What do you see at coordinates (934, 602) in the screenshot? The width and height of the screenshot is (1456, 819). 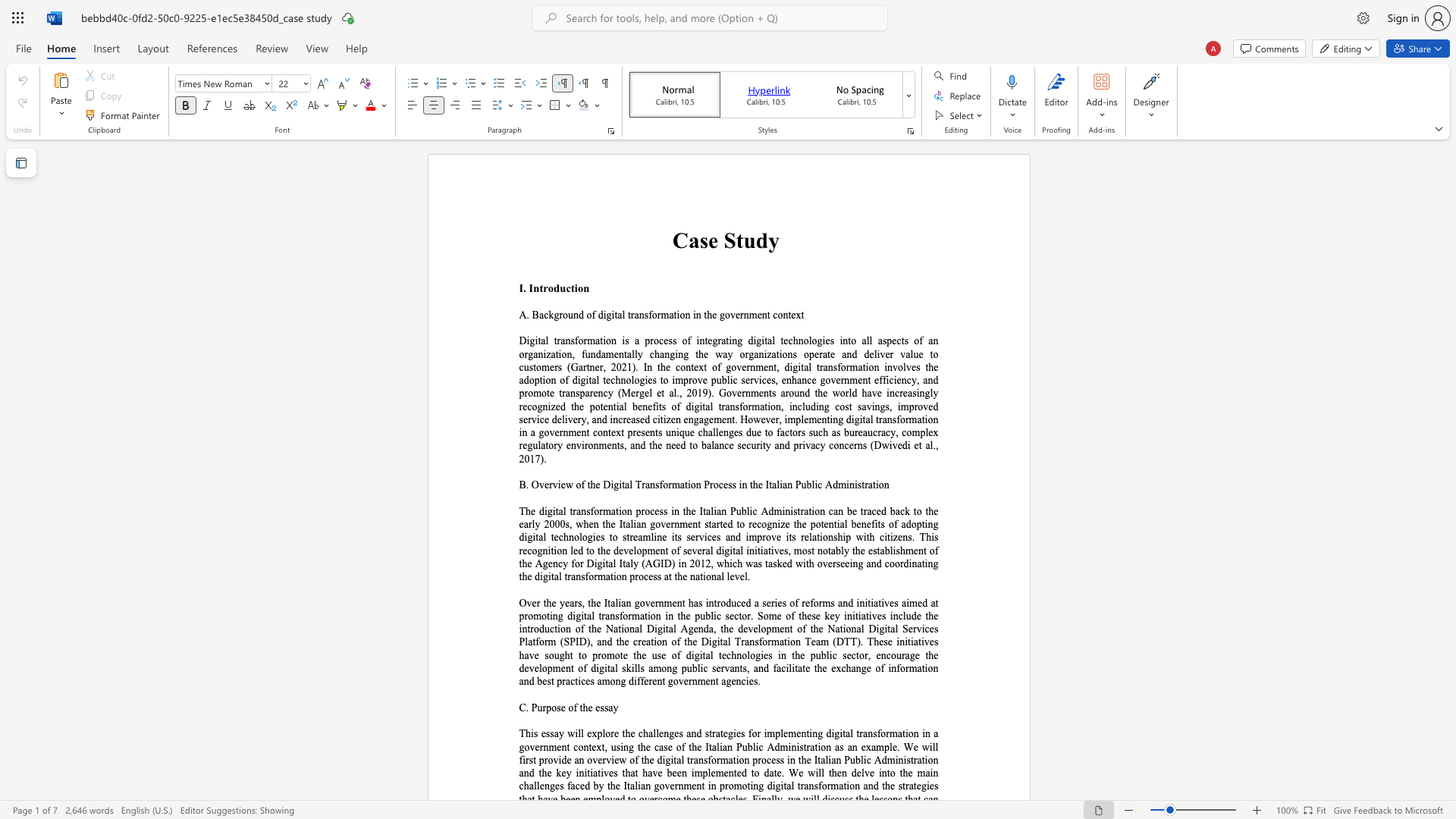 I see `the subset text "t promoting digital transformation in the public sector. Some of these key initiatives include the introduction of the National Digital Agenda, the development of the National Digital Services Platform (SPID), and the creation of the Digital Transformation Team (DTT). These" within the text "Over the years, the Italian government has introduced a series of reforms and initiatives aimed at promoting digital transformation in the public sector. Some of these key initiatives include the introduction of the National Digital Agenda, the development of the National Digital Services Platform (SPID), and the creation of the Digital Transformation Team (DTT). These initiatives have"` at bounding box center [934, 602].